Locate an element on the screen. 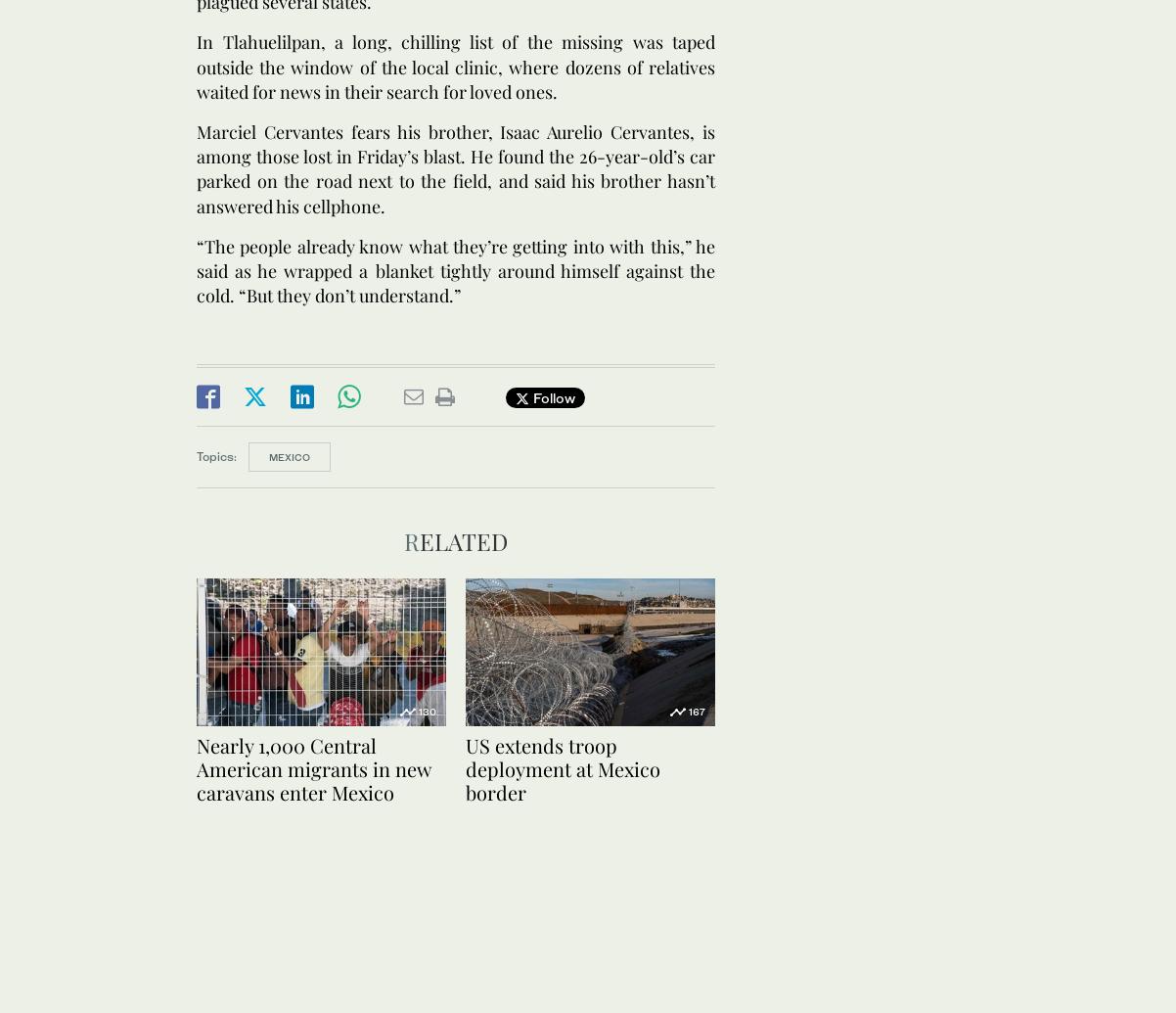  'Related' is located at coordinates (455, 538).